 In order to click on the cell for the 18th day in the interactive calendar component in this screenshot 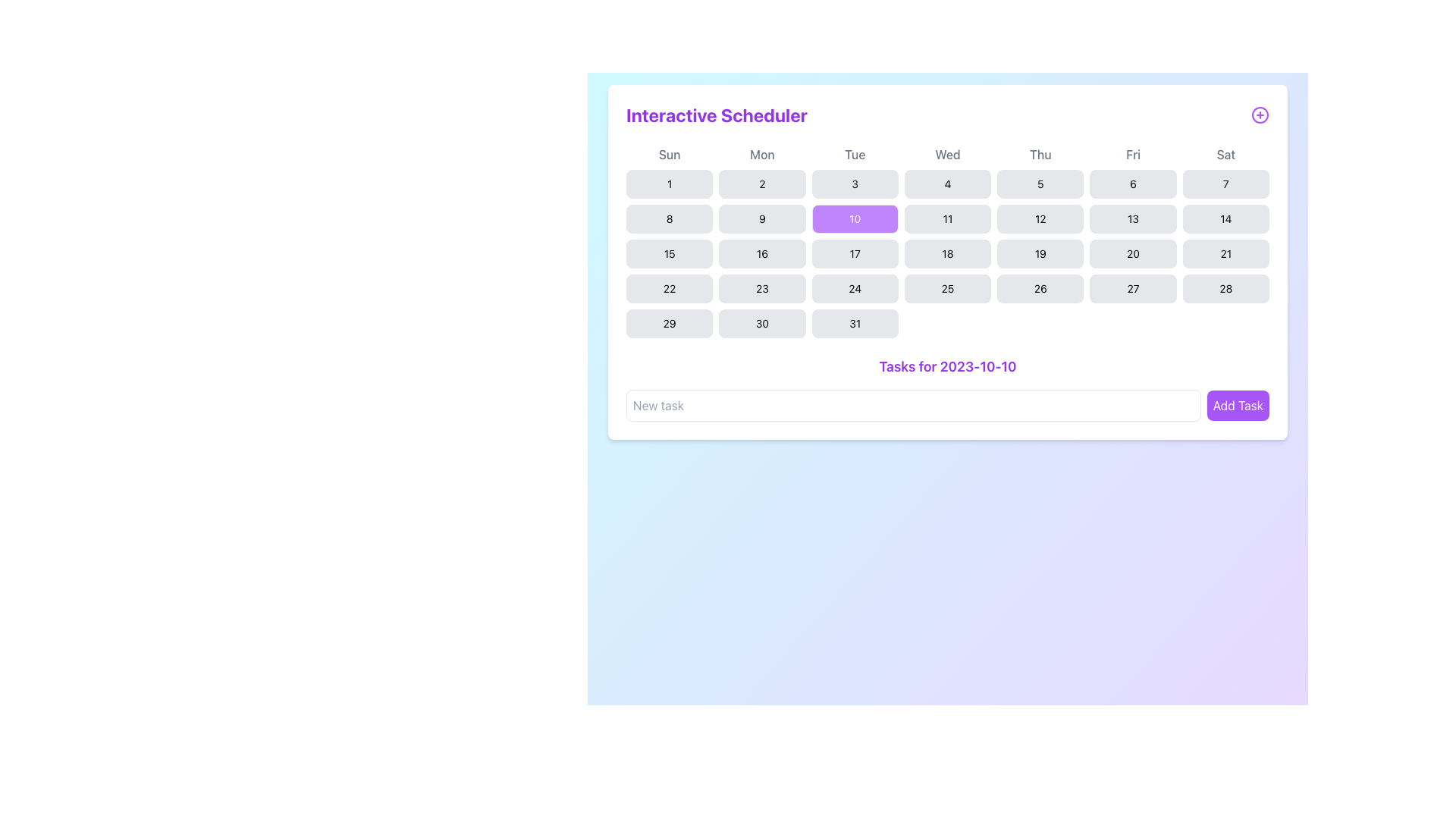, I will do `click(946, 241)`.